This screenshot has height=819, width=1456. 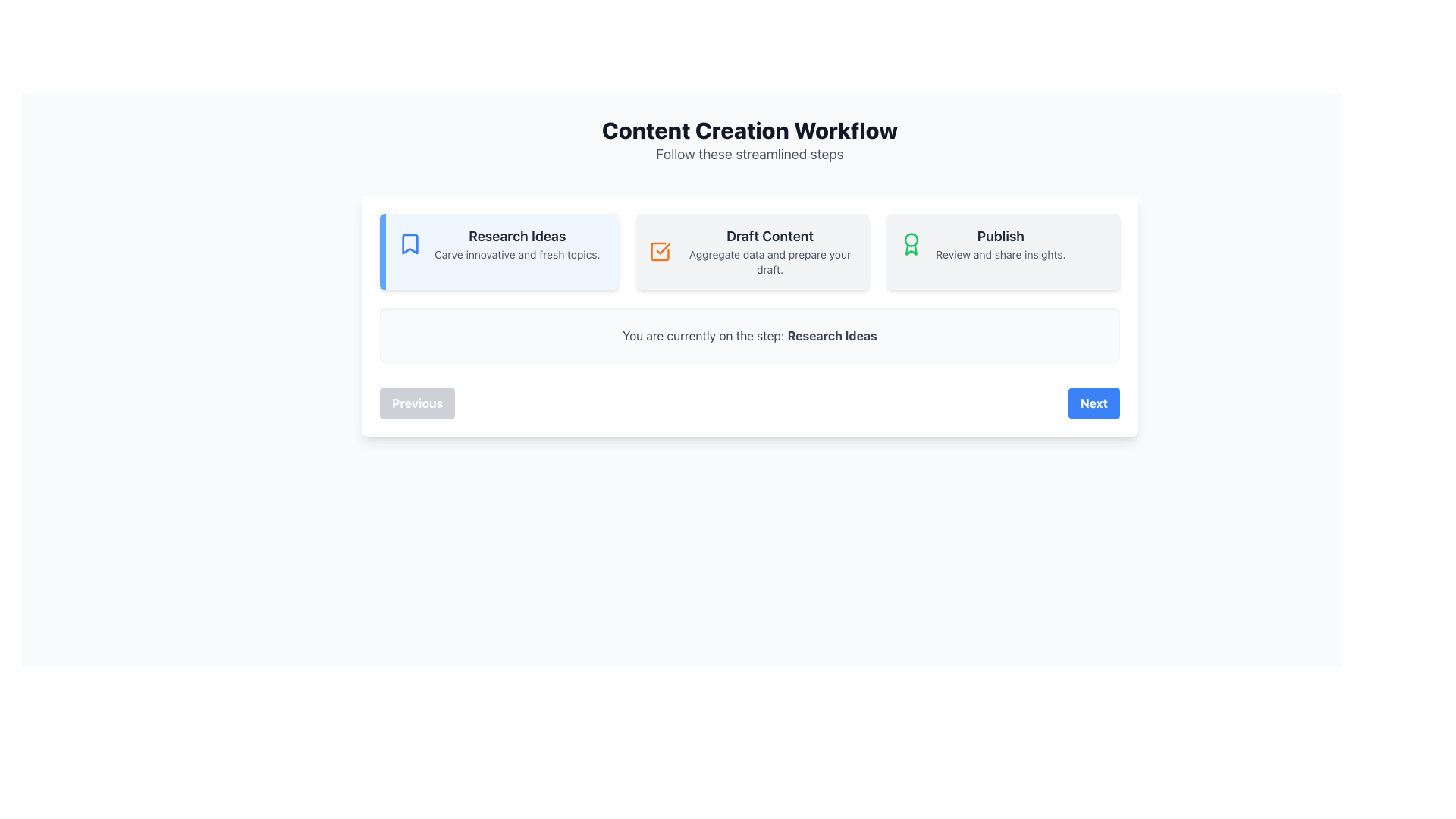 What do you see at coordinates (753, 250) in the screenshot?
I see `the informative Text Label that displays the current workflow step, located in the middle of a three-column layout, centrally aligned in the interface` at bounding box center [753, 250].